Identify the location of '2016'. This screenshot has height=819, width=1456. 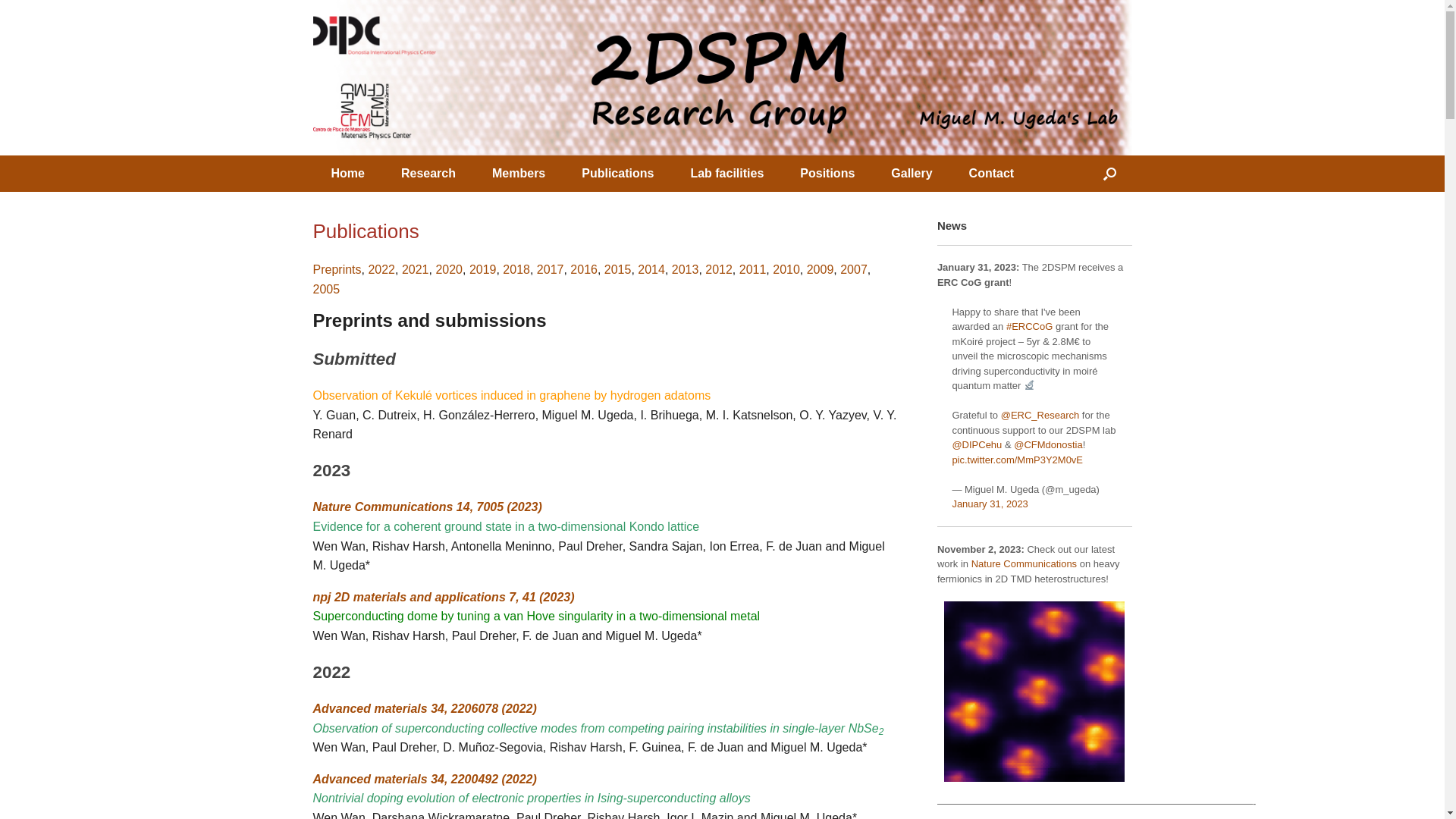
(582, 268).